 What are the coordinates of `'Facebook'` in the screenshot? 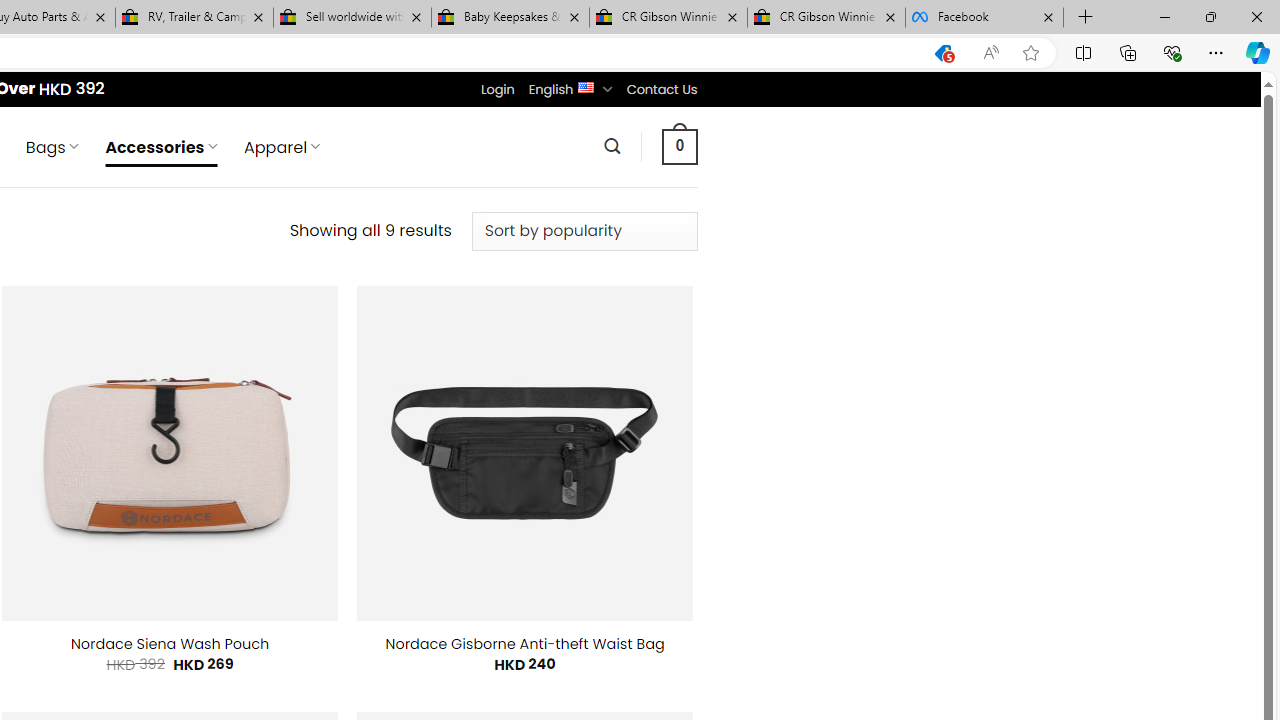 It's located at (984, 17).